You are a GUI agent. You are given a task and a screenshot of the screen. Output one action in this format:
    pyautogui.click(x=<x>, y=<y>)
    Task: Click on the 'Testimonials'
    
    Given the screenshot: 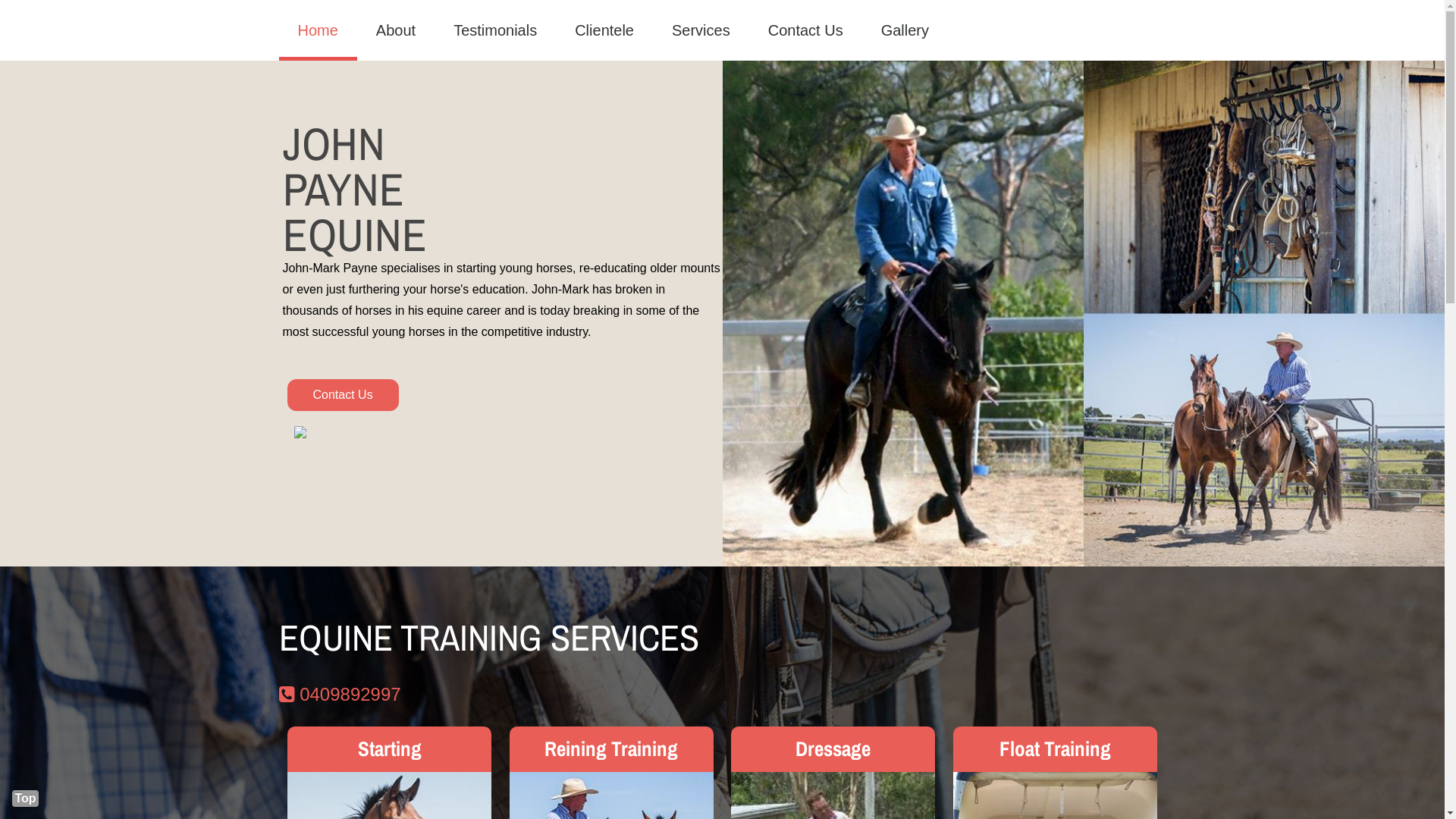 What is the action you would take?
    pyautogui.click(x=494, y=30)
    